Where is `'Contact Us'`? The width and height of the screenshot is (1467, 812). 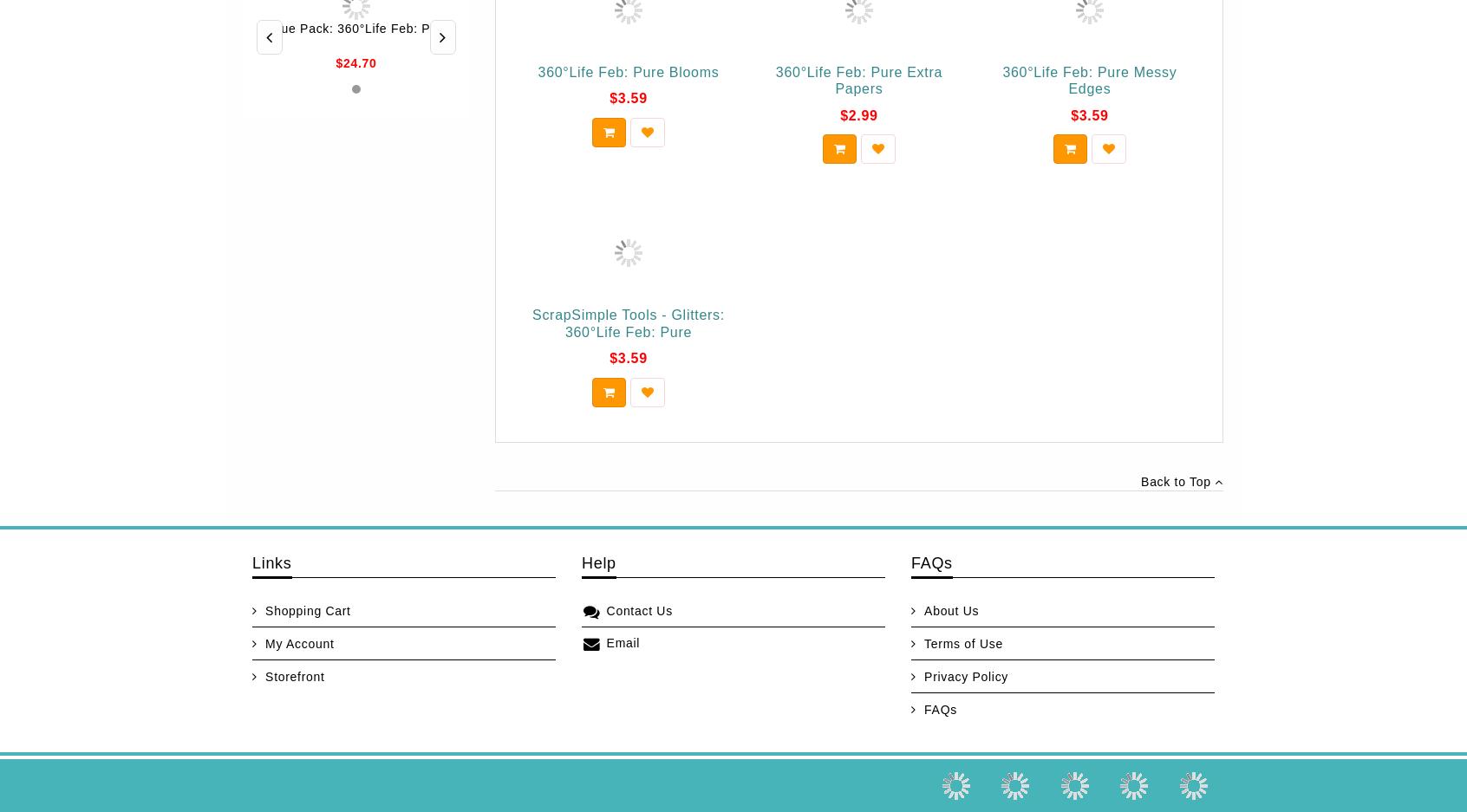
'Contact Us' is located at coordinates (636, 610).